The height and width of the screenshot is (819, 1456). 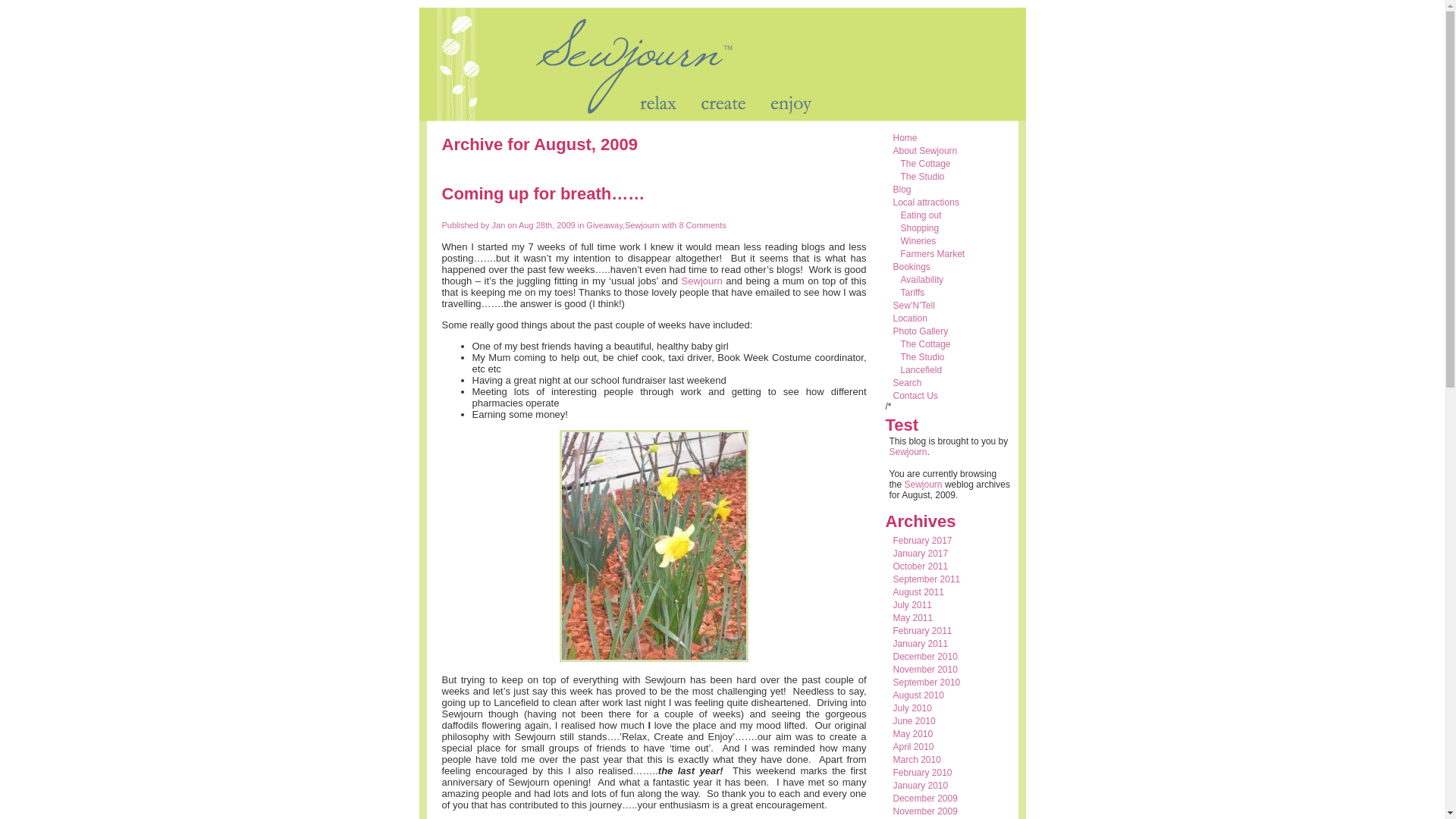 I want to click on 'March 2010', so click(x=916, y=760).